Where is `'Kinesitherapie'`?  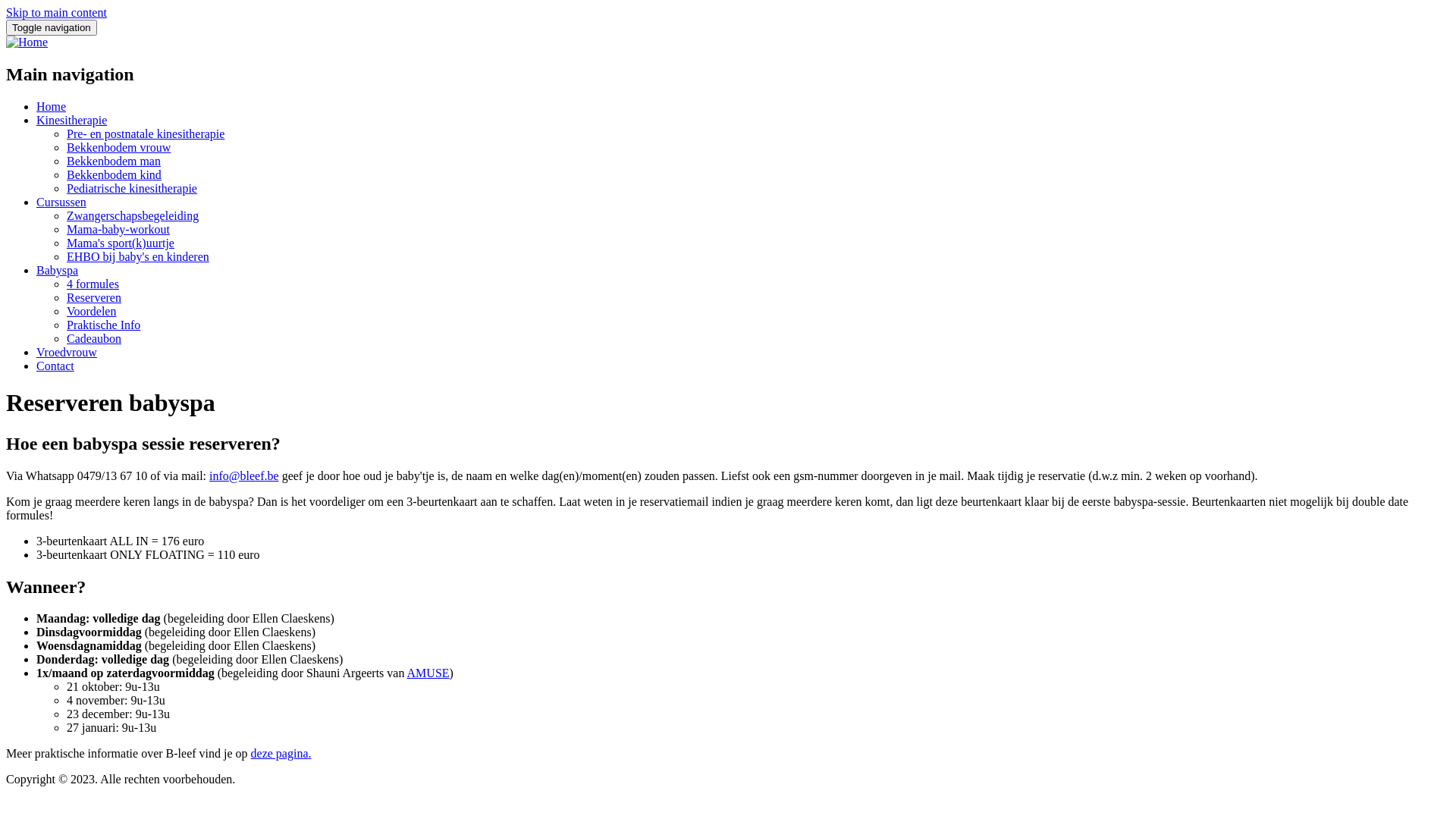 'Kinesitherapie' is located at coordinates (71, 119).